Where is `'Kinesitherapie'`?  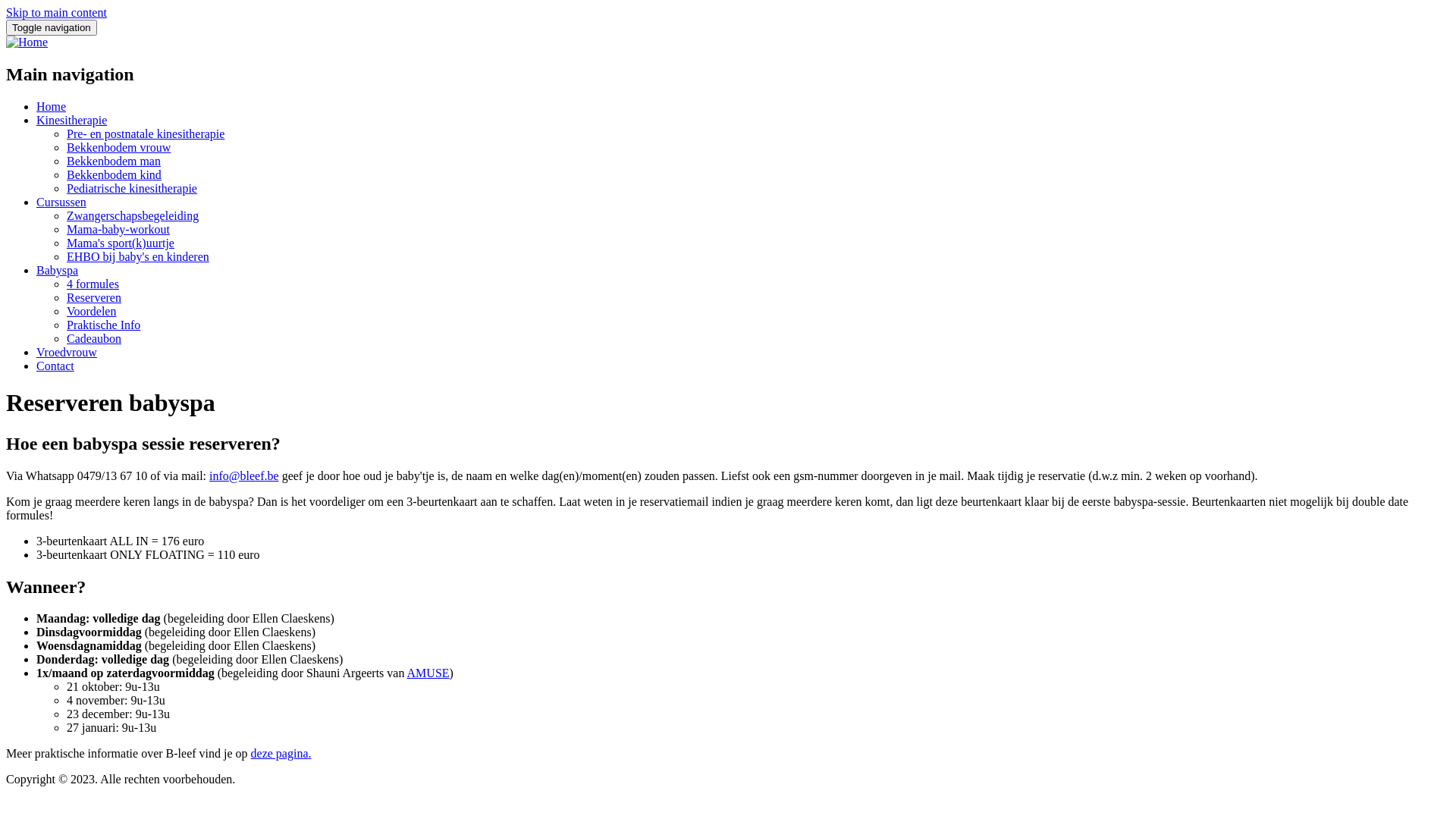 'Kinesitherapie' is located at coordinates (71, 119).